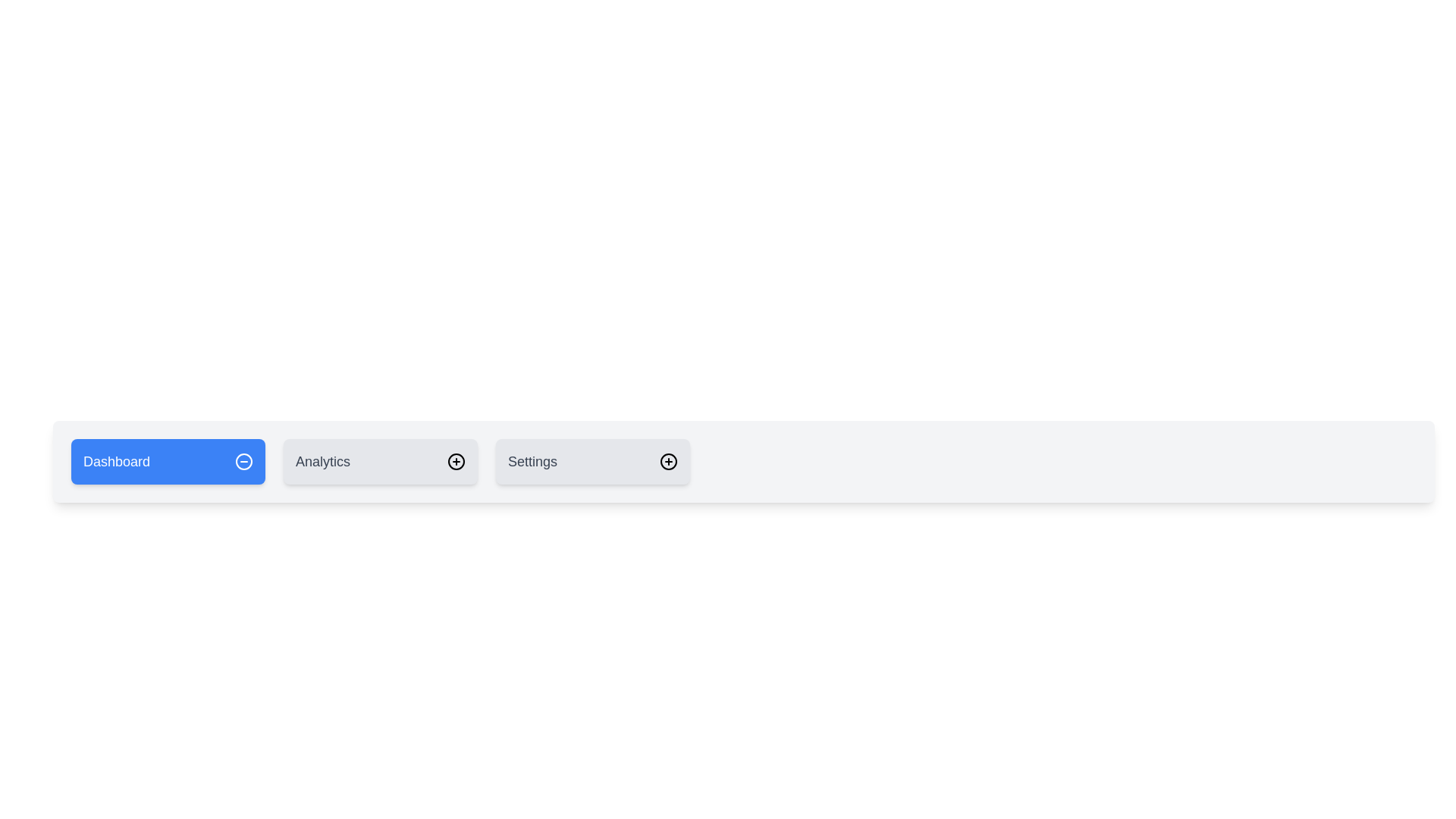 This screenshot has height=819, width=1456. What do you see at coordinates (455, 461) in the screenshot?
I see `the 'Add' button located to the far right within the 'Analytics' box` at bounding box center [455, 461].